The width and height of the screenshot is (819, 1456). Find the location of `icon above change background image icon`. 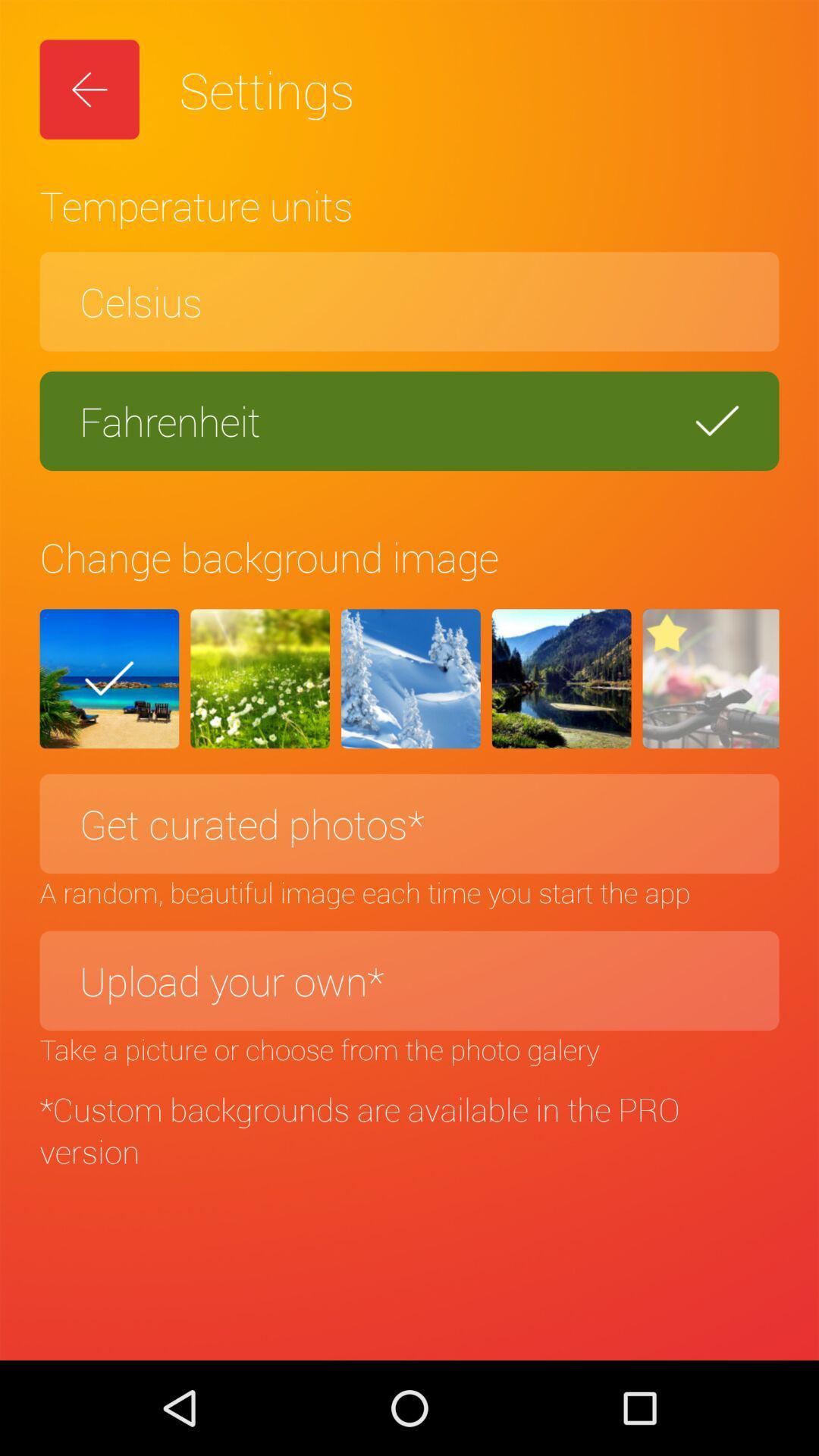

icon above change background image icon is located at coordinates (409, 421).